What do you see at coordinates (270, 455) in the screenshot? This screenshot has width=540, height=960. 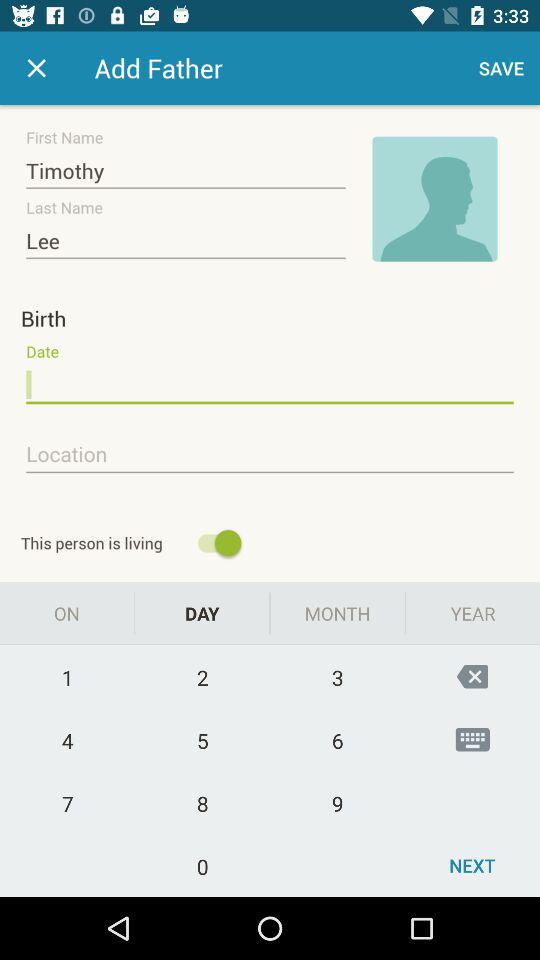 I see `type location` at bounding box center [270, 455].